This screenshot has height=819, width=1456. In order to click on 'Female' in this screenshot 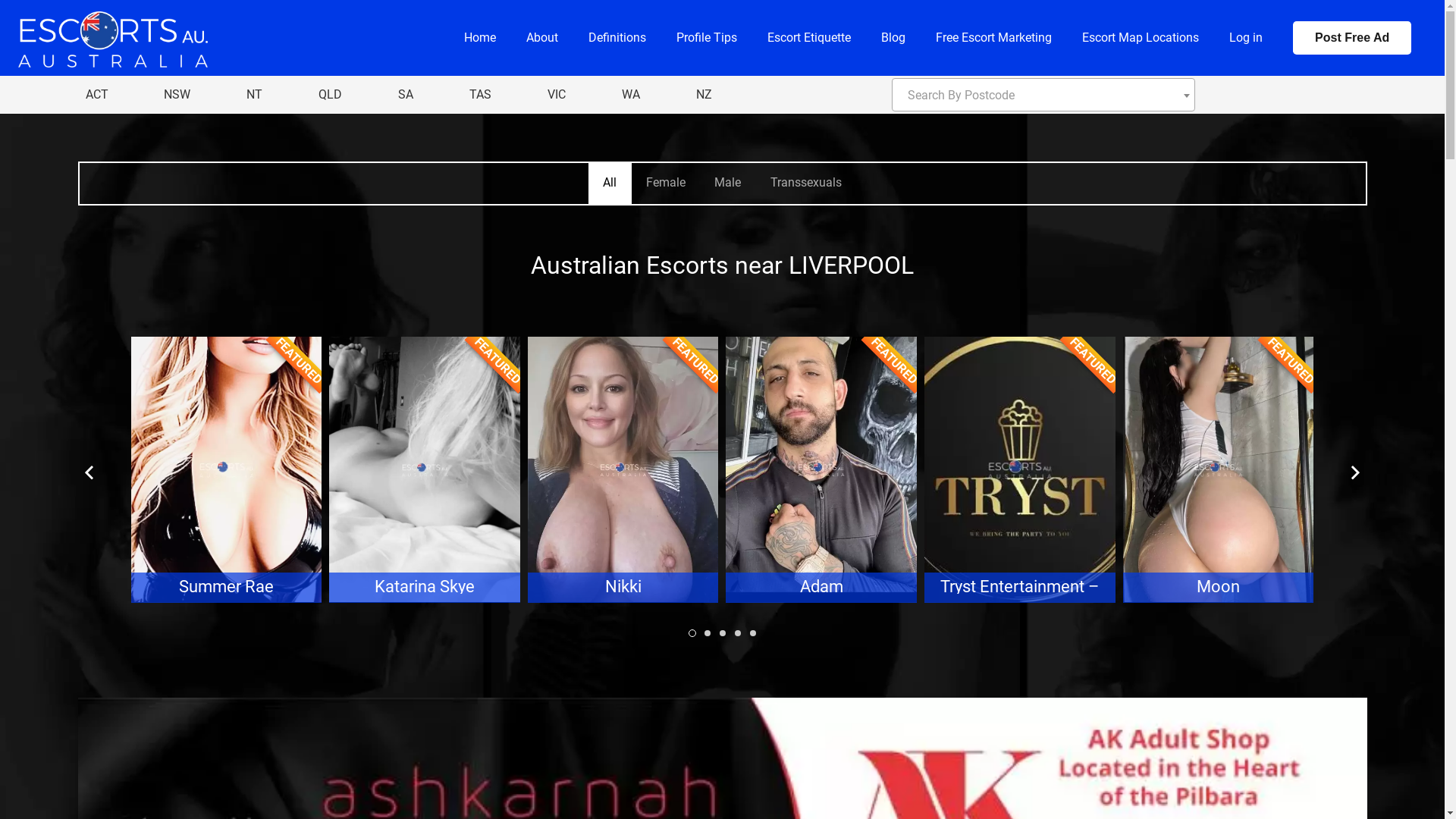, I will do `click(666, 183)`.